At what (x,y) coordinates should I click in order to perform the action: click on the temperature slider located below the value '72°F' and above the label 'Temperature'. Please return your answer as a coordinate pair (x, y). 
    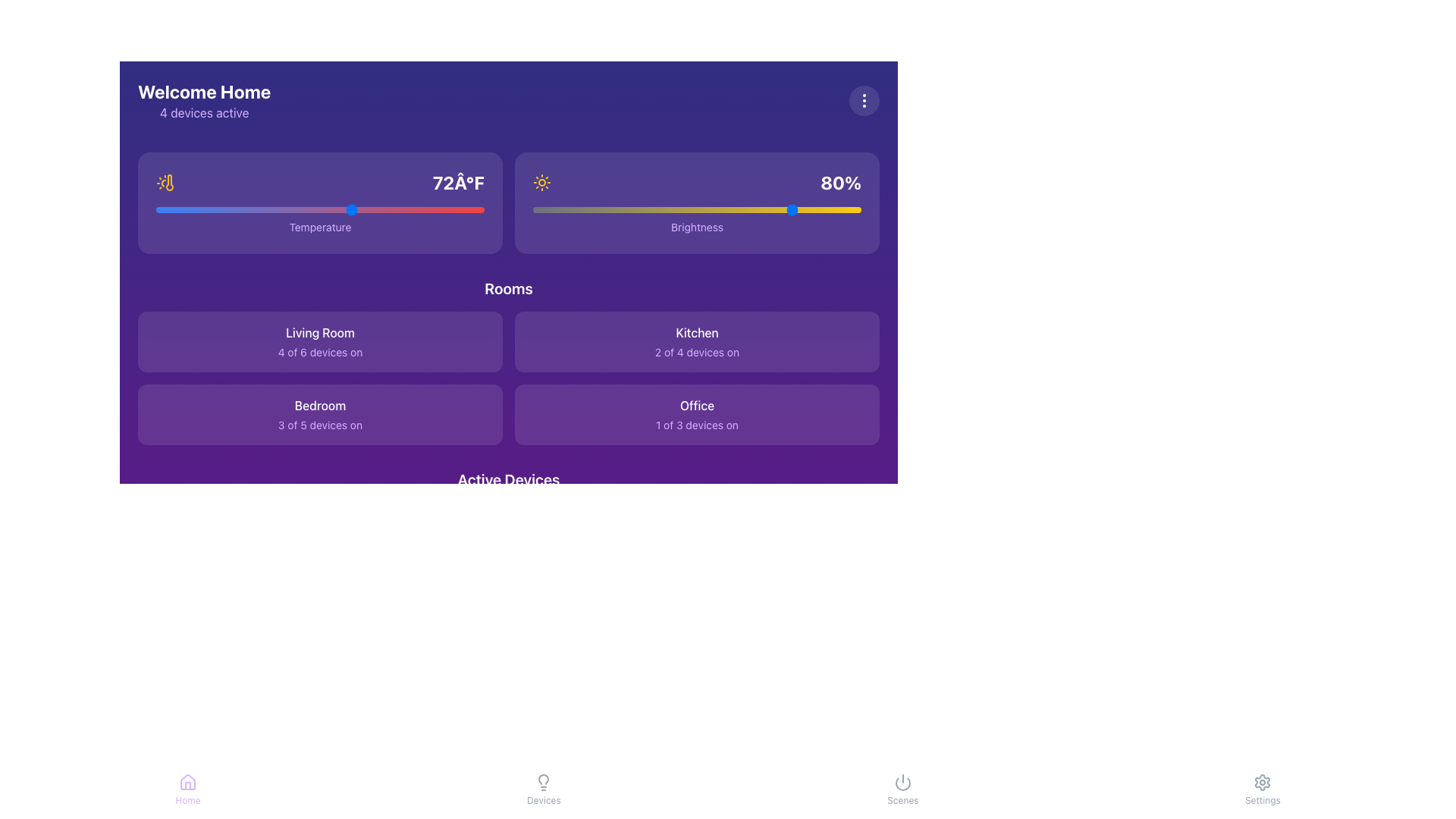
    Looking at the image, I should click on (319, 210).